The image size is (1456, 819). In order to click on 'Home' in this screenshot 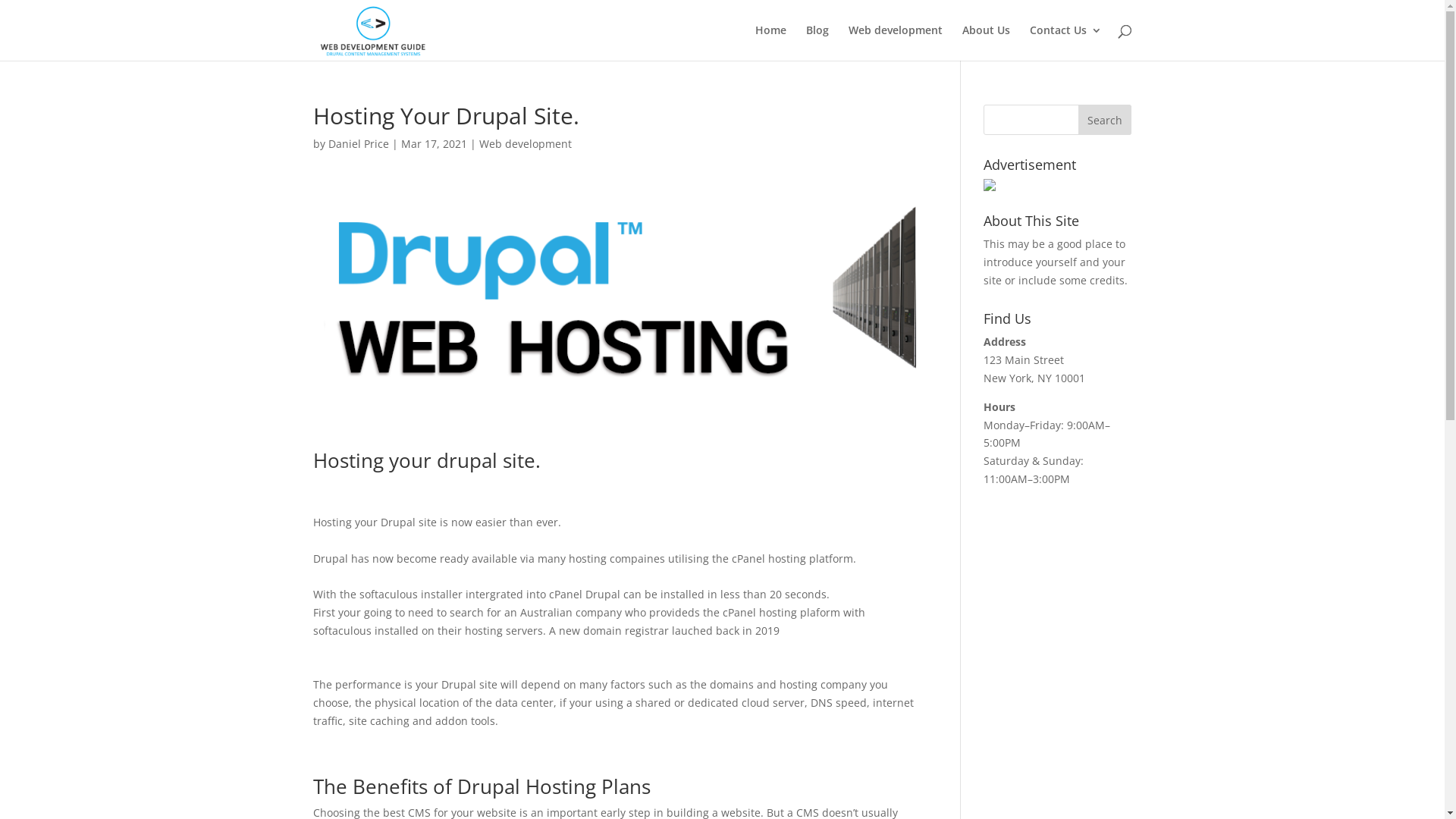, I will do `click(770, 42)`.